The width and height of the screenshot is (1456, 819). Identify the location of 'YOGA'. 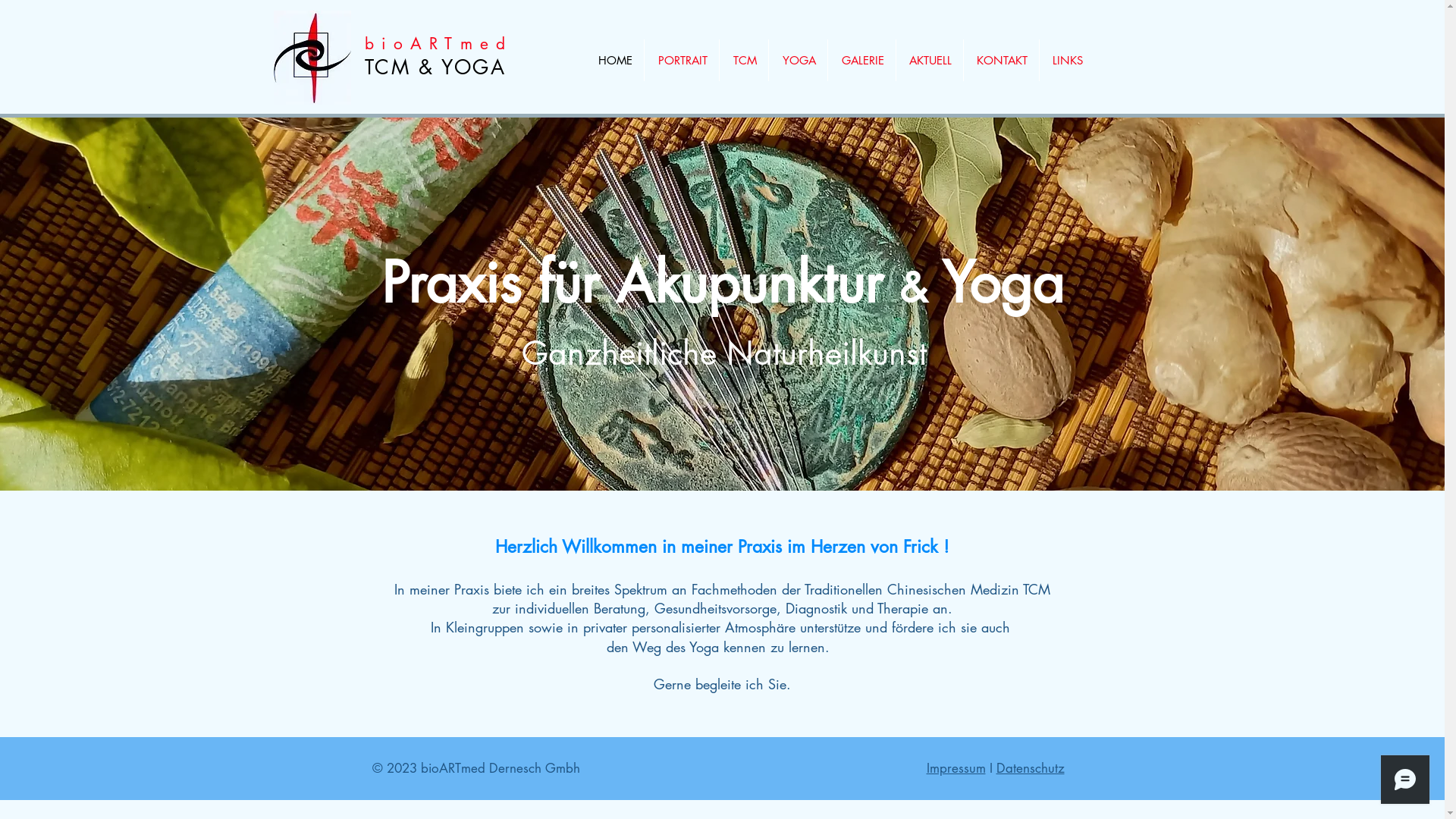
(797, 59).